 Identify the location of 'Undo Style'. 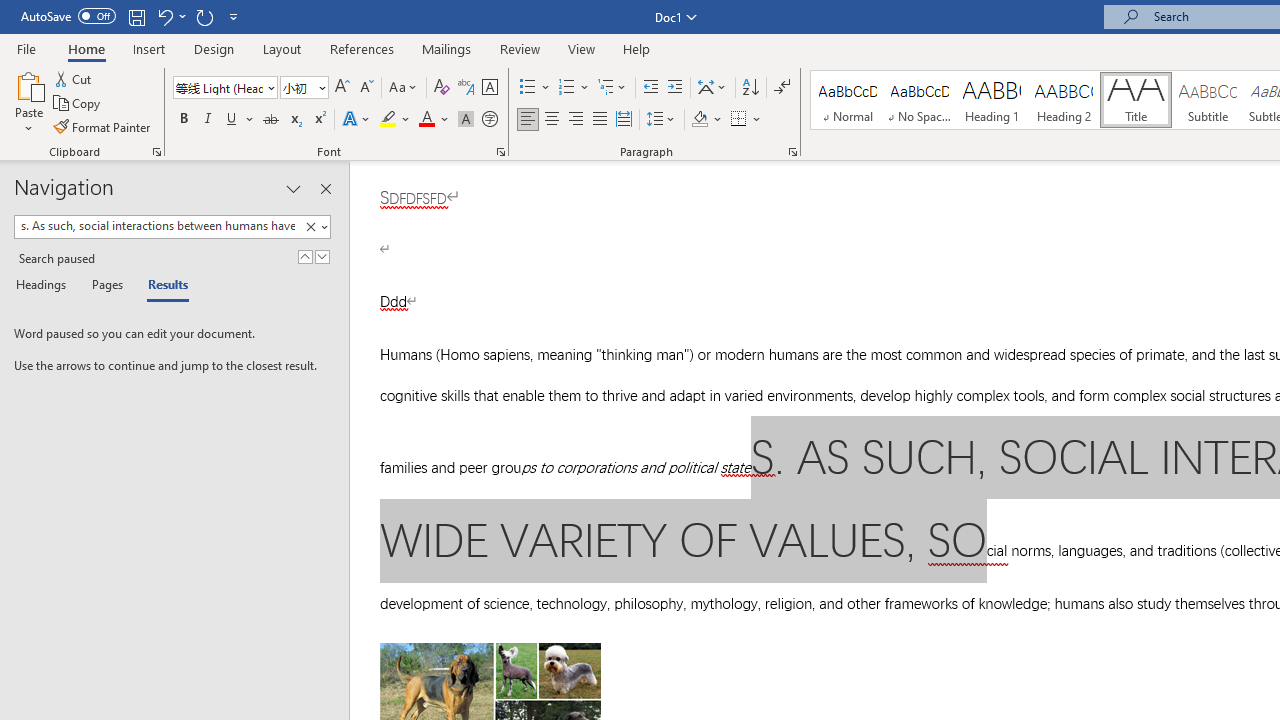
(170, 16).